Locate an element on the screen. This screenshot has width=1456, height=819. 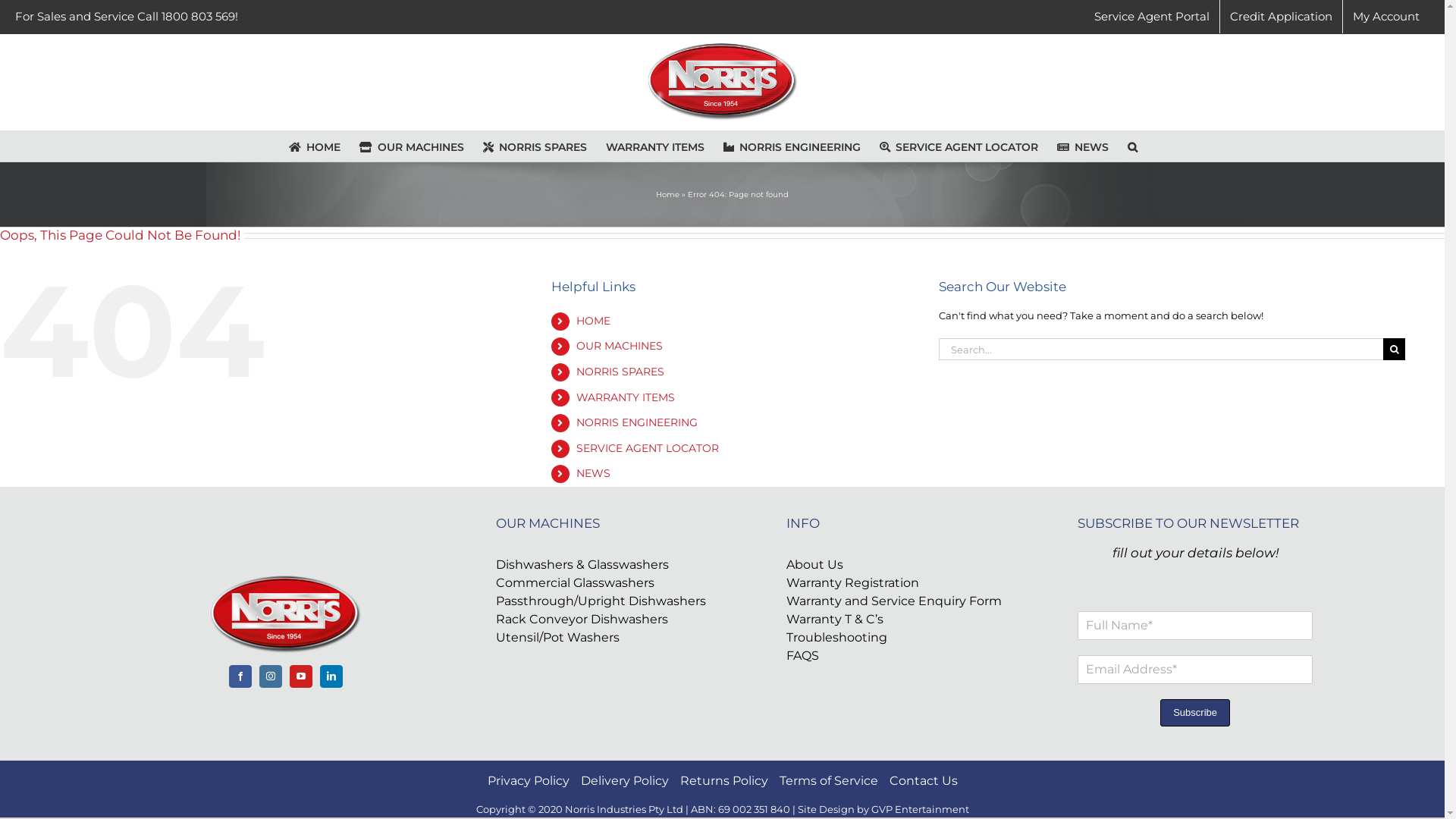
'NORRIS ENGINEERING' is located at coordinates (637, 422).